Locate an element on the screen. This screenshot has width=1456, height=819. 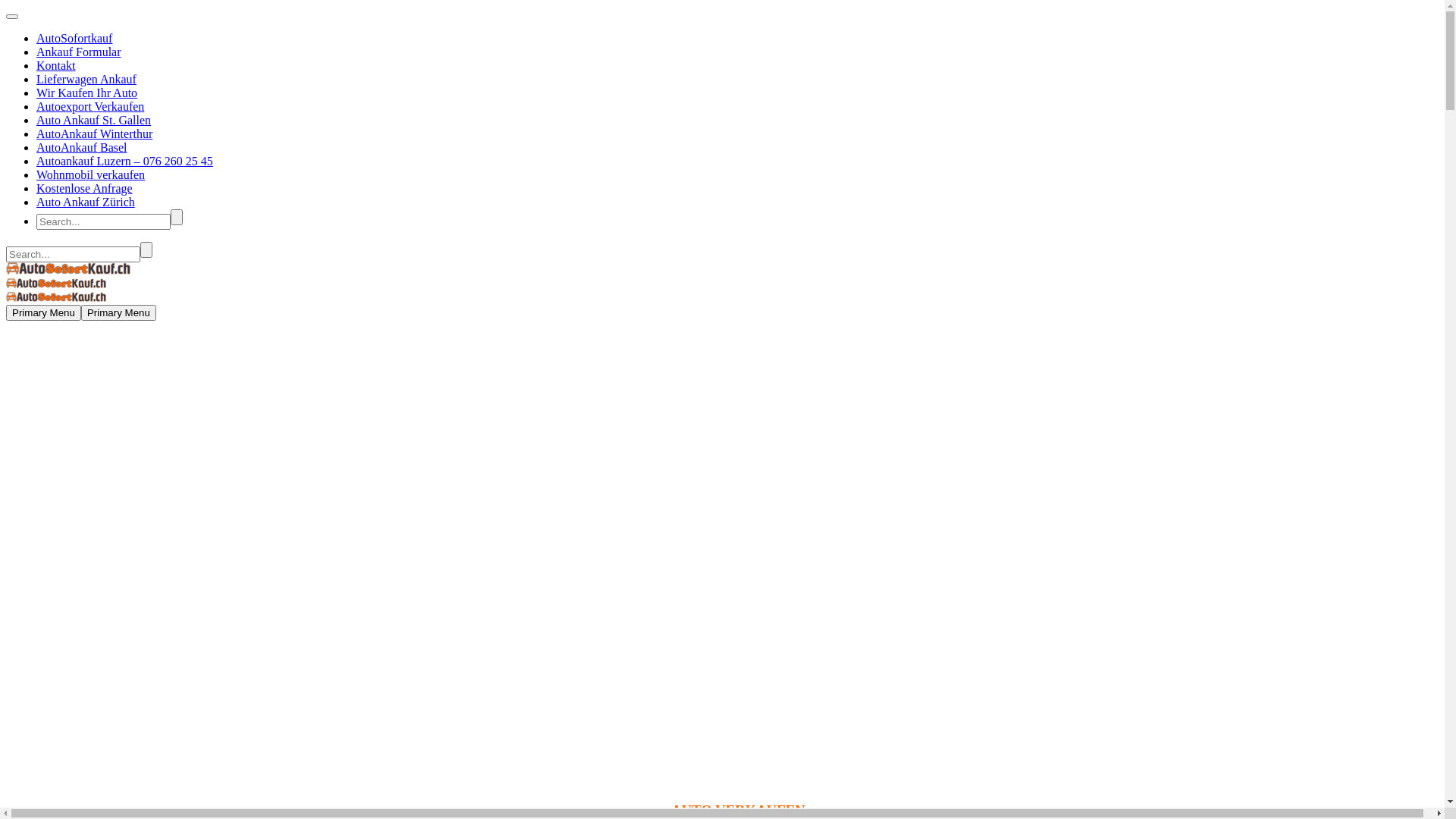
'Kontakt' is located at coordinates (55, 64).